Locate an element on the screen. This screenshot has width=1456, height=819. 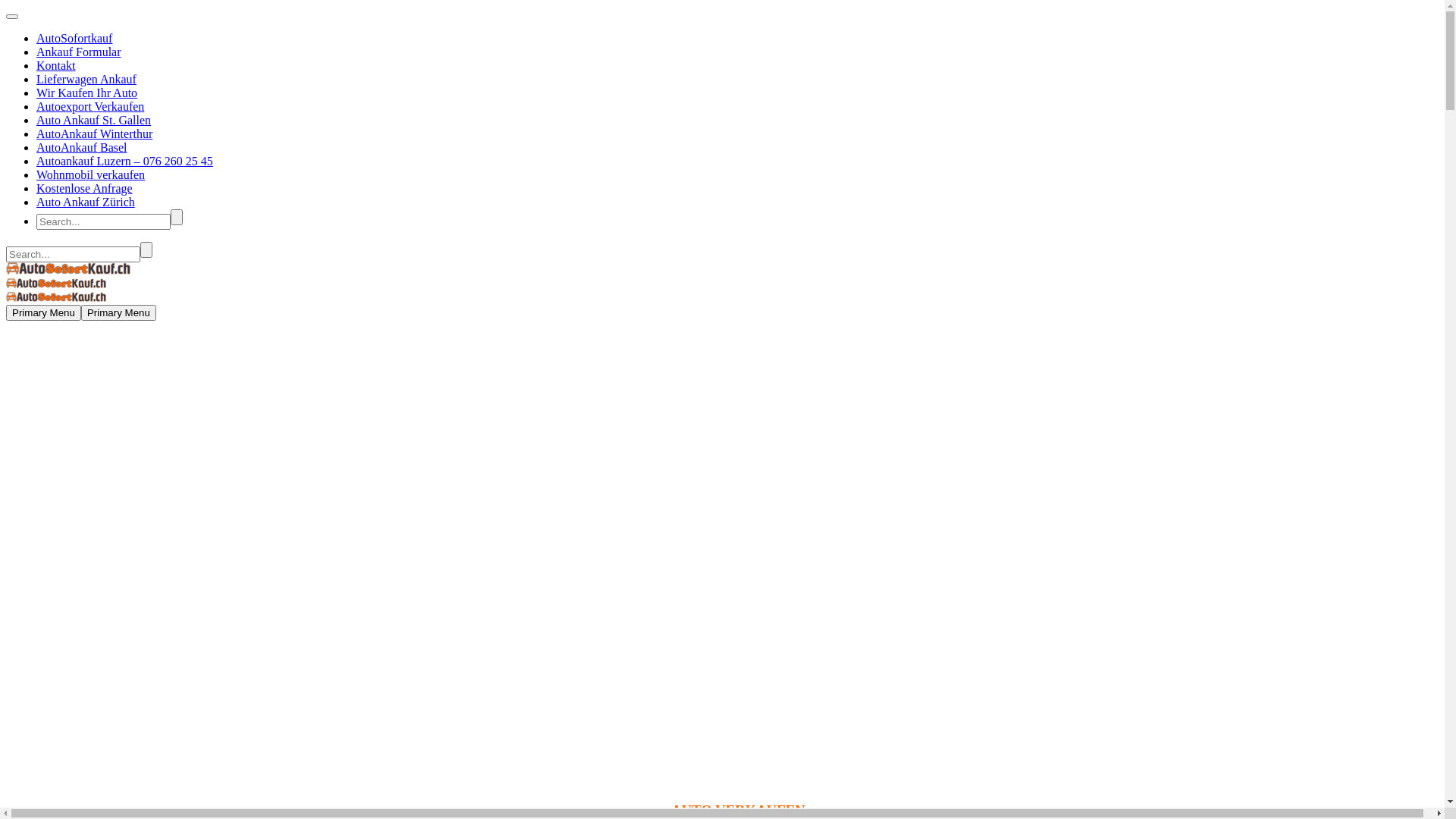
'Kontakt' is located at coordinates (55, 64).